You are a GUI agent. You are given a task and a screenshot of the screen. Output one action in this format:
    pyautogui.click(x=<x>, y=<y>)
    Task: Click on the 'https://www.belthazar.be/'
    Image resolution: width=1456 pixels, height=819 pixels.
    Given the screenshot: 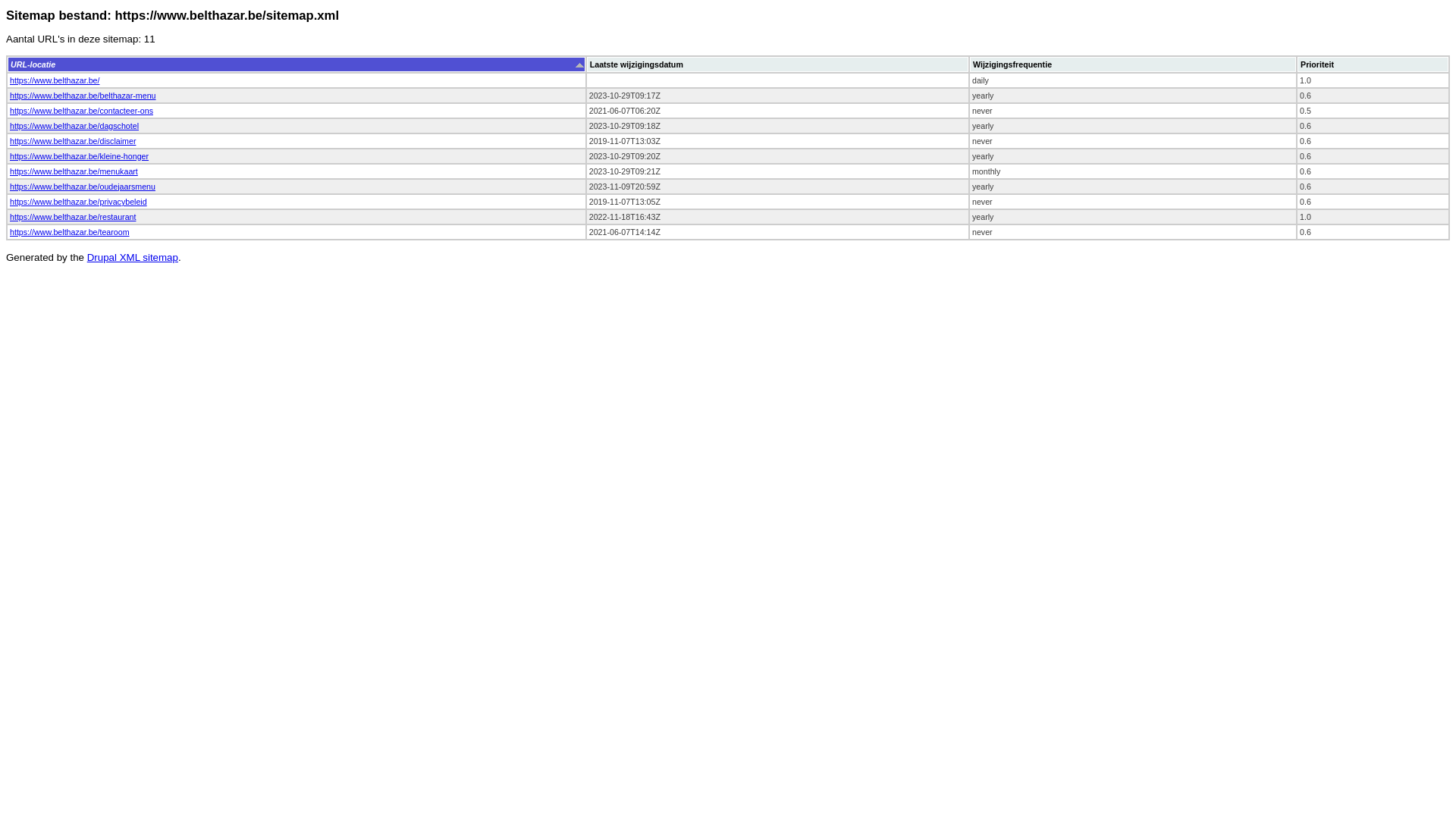 What is the action you would take?
    pyautogui.click(x=10, y=80)
    